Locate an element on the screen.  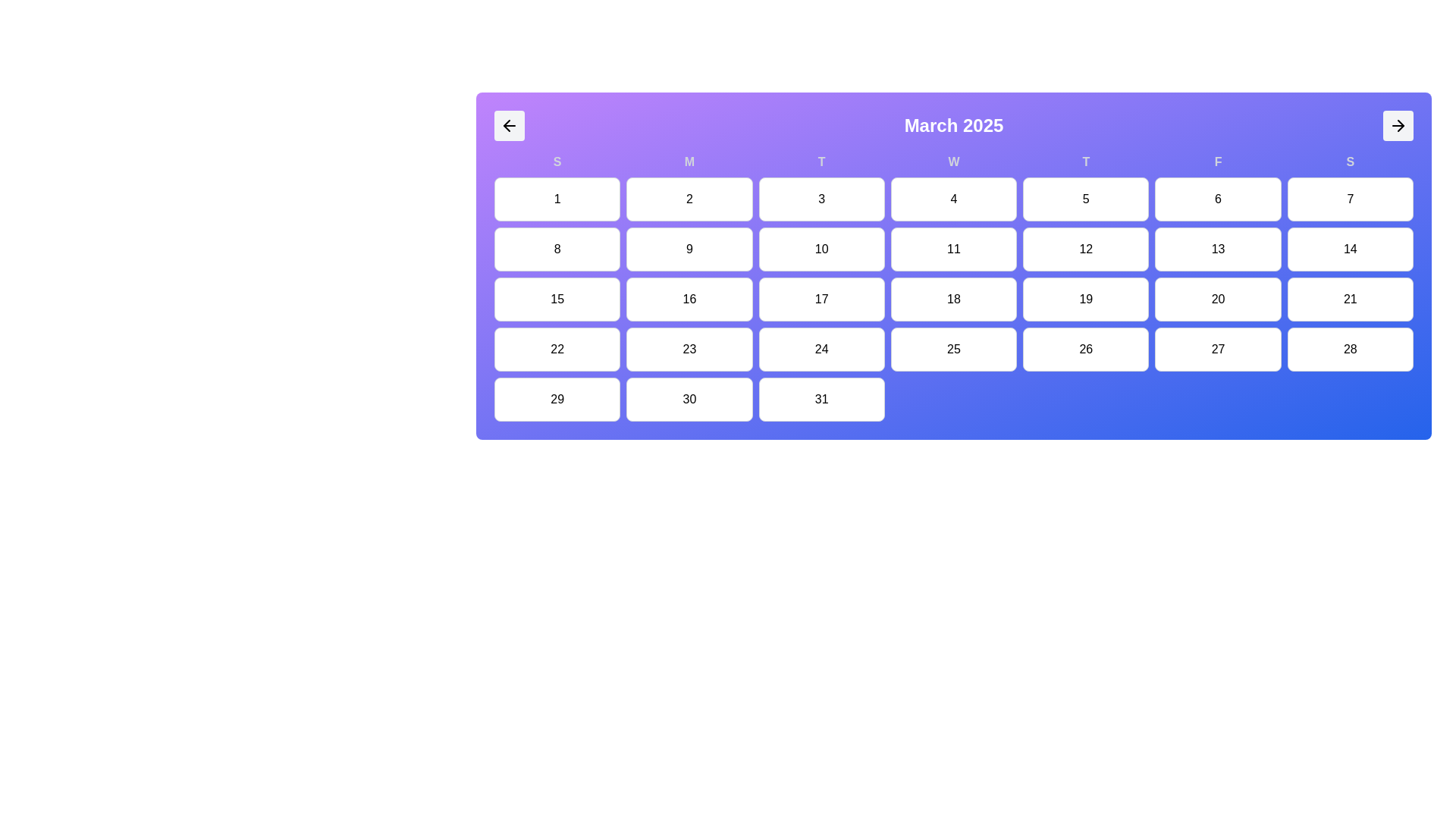
the Date cell labeled '27' in the calendar grid for March 2025, which is a rectangular button-like component with a white background and bold black text is located at coordinates (1218, 350).